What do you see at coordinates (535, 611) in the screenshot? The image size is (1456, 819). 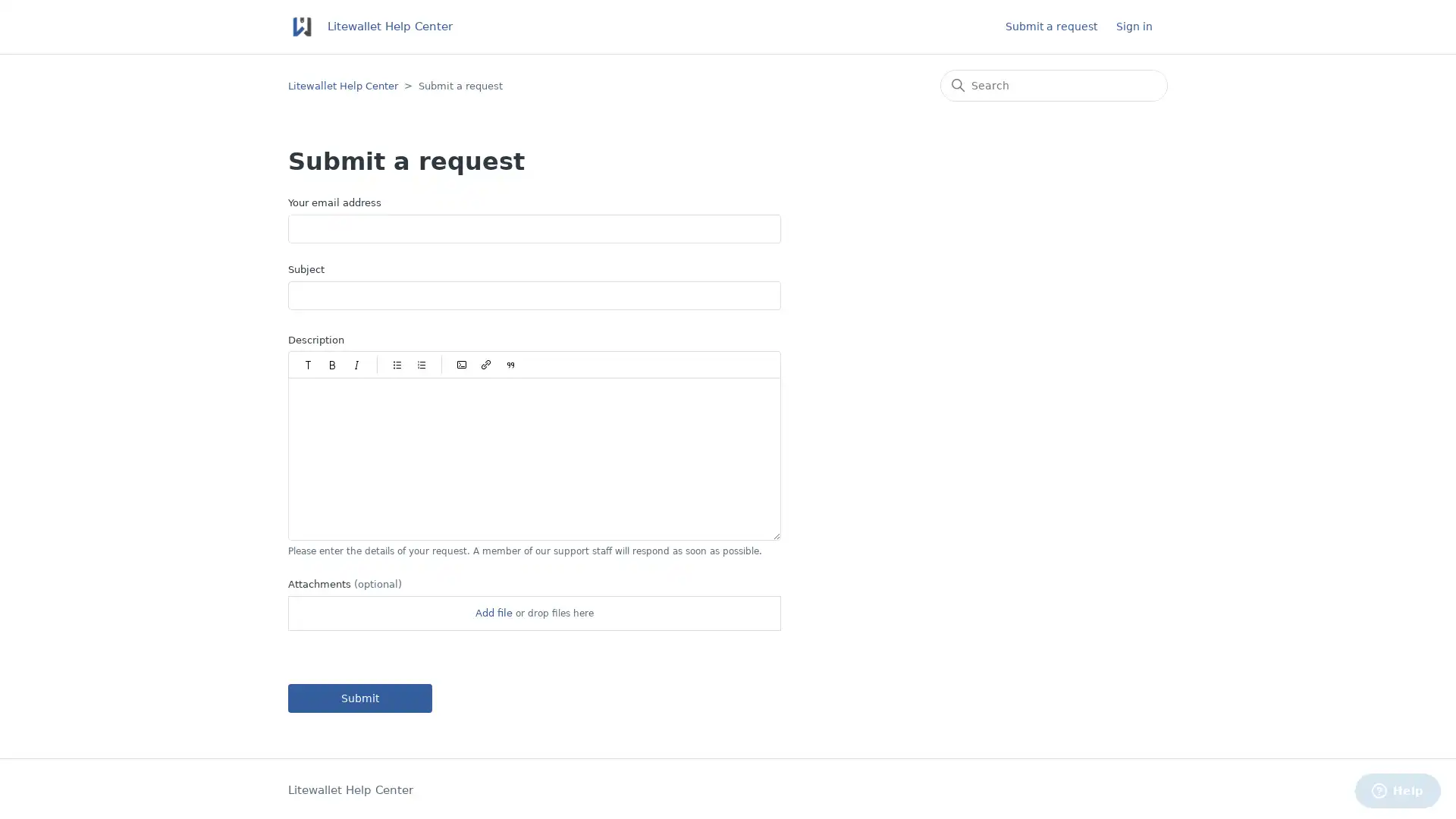 I see `Attachments(optional)` at bounding box center [535, 611].